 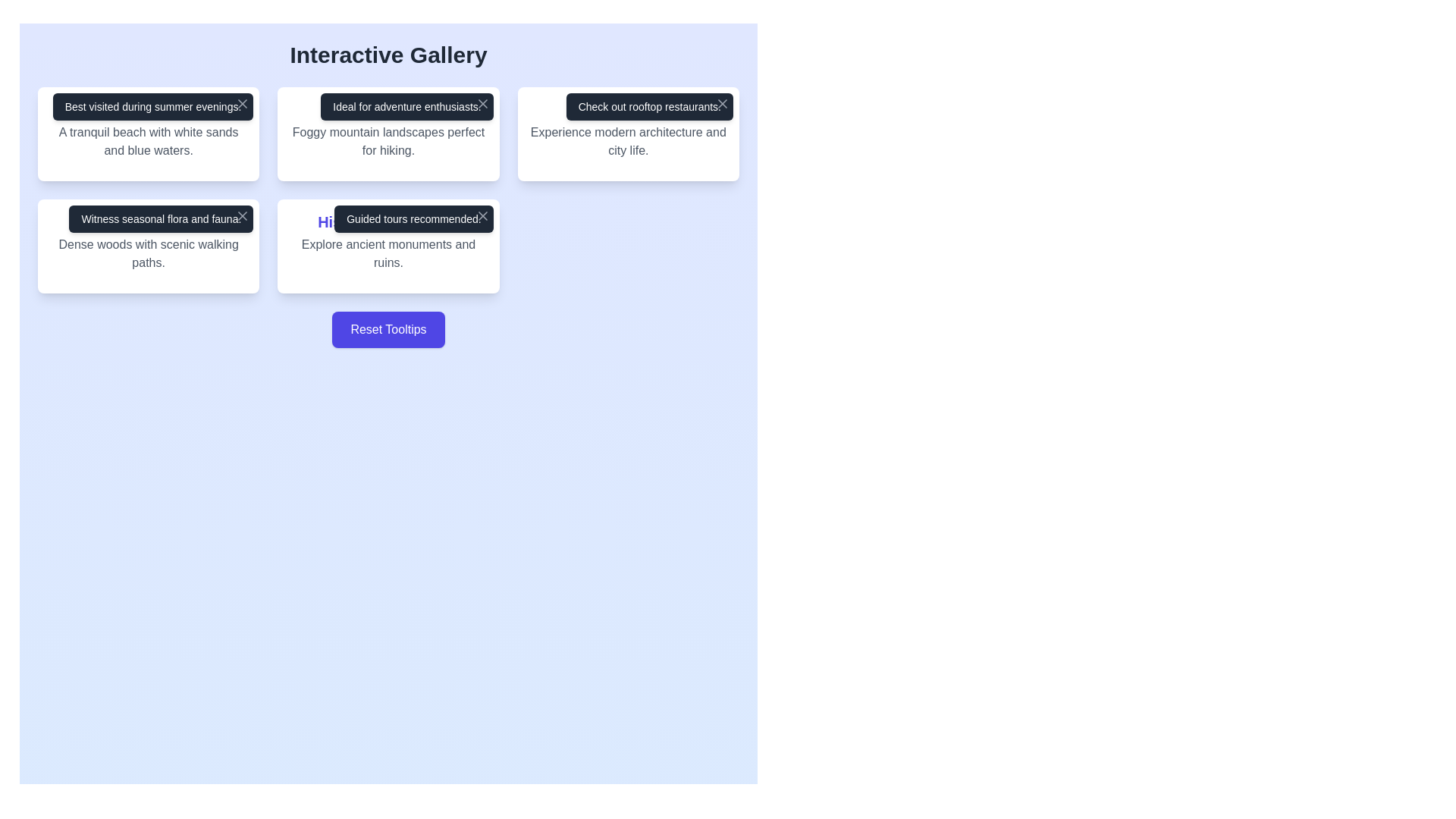 What do you see at coordinates (388, 55) in the screenshot?
I see `the 'Interactive Gallery' heading, which is a bold, large text element at the top of the interface with a dark-grey color on a gradient background` at bounding box center [388, 55].